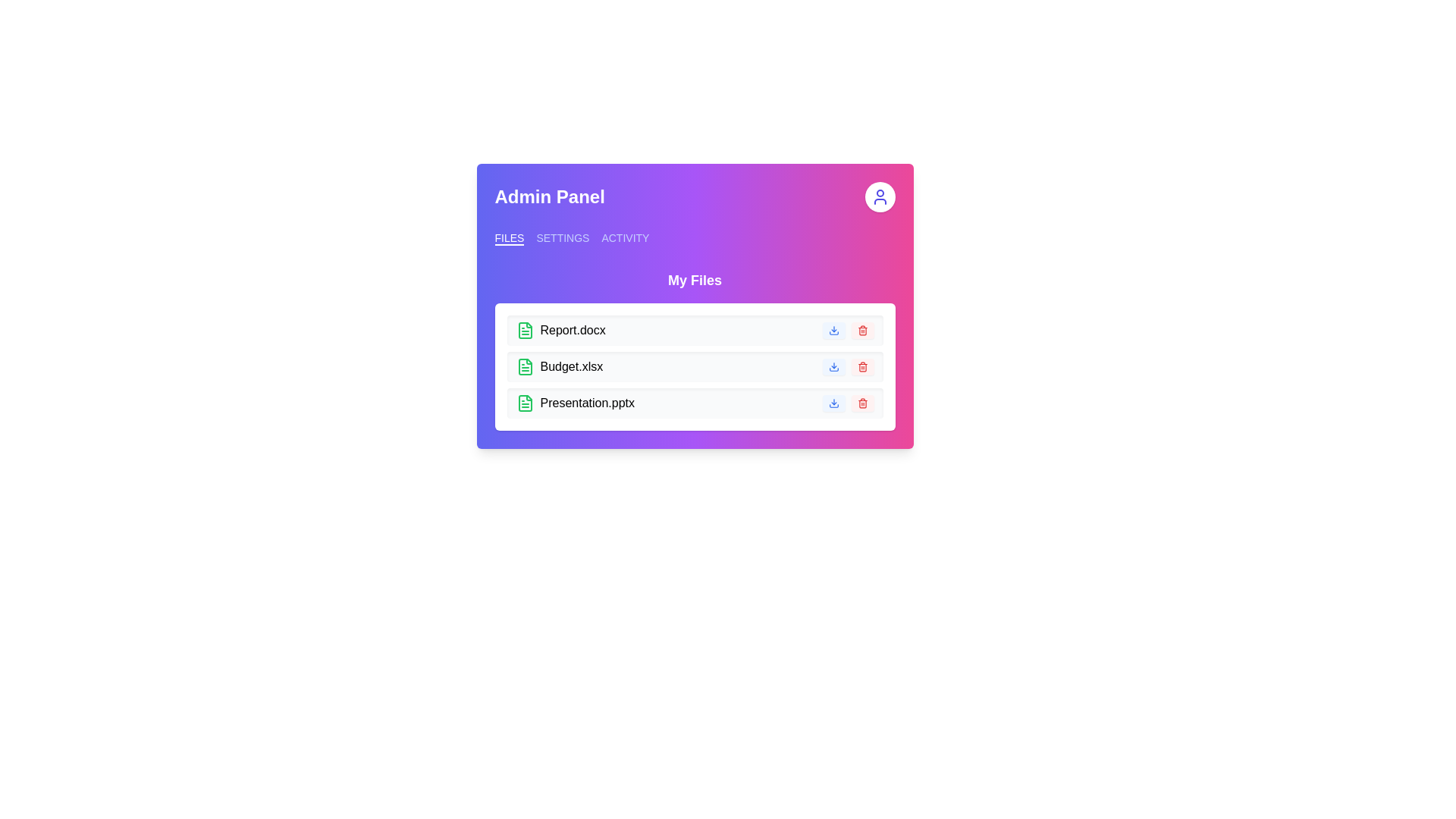  What do you see at coordinates (626, 237) in the screenshot?
I see `the navigation link labeled 'ACTIVITY' to trigger style transitions` at bounding box center [626, 237].